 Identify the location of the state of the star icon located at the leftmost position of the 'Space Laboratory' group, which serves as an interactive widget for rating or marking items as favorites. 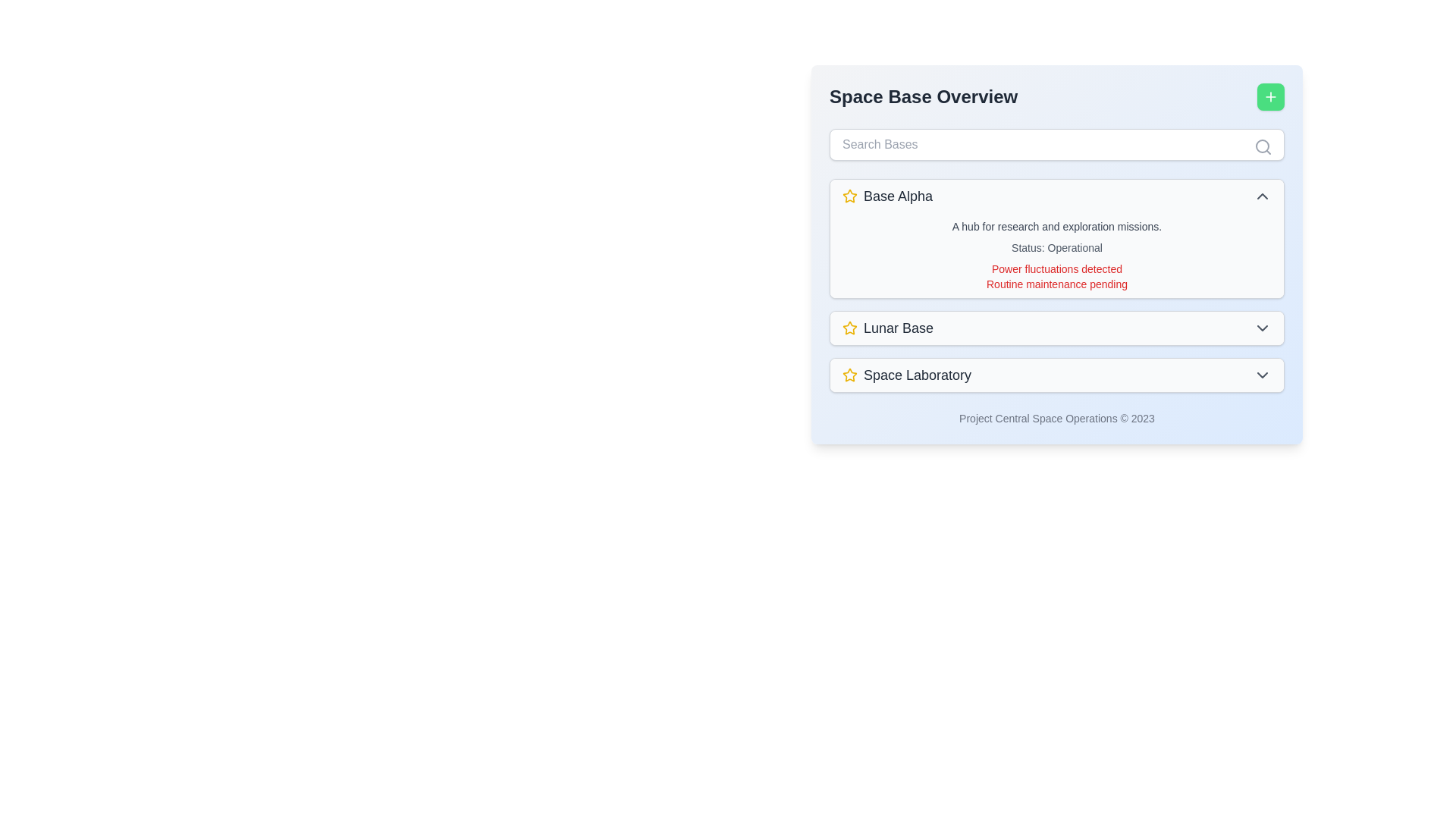
(850, 375).